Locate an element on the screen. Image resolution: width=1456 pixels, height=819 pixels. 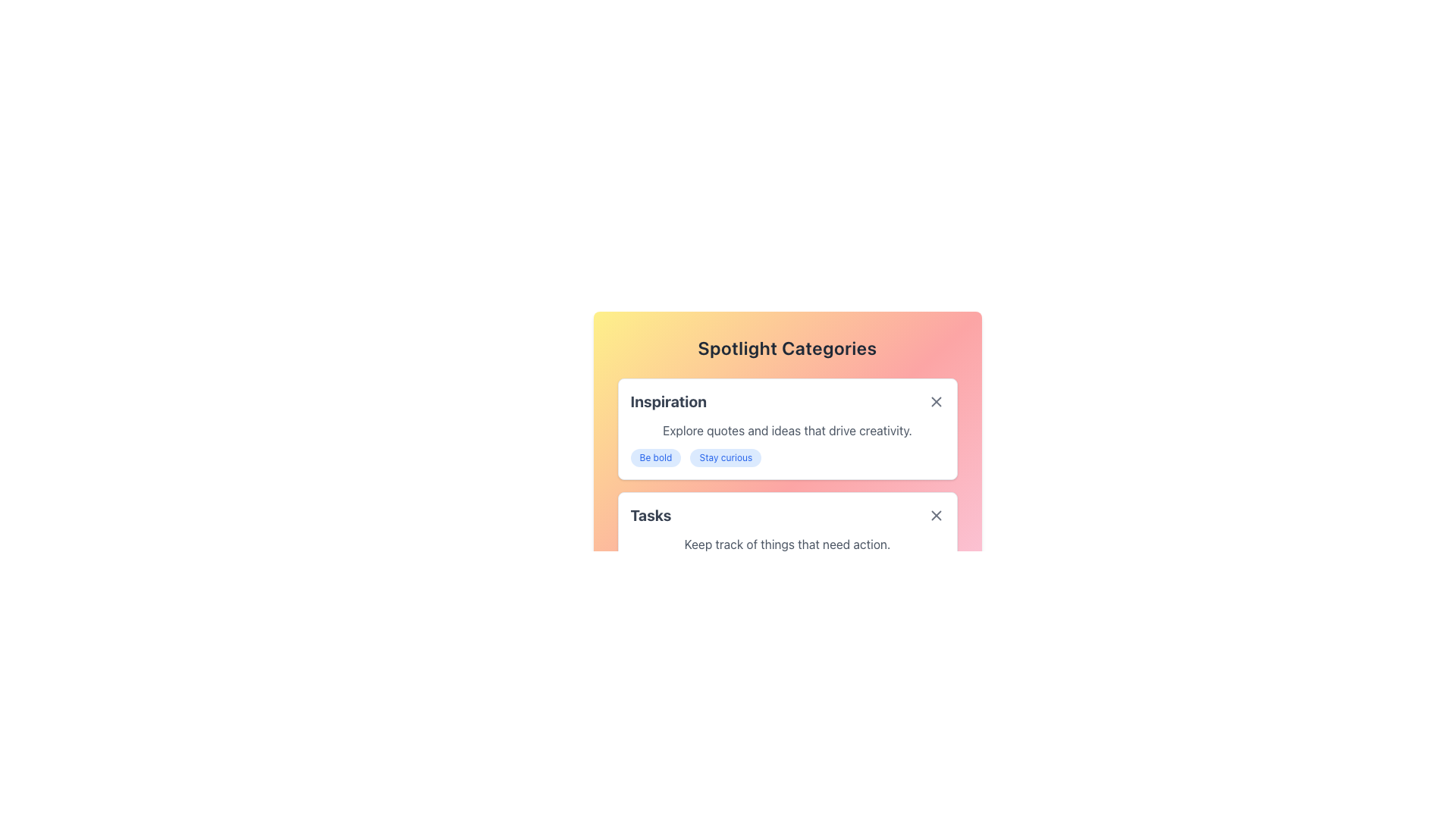
the close button located in the top-right corner of the 'Inspiration' card is located at coordinates (935, 400).